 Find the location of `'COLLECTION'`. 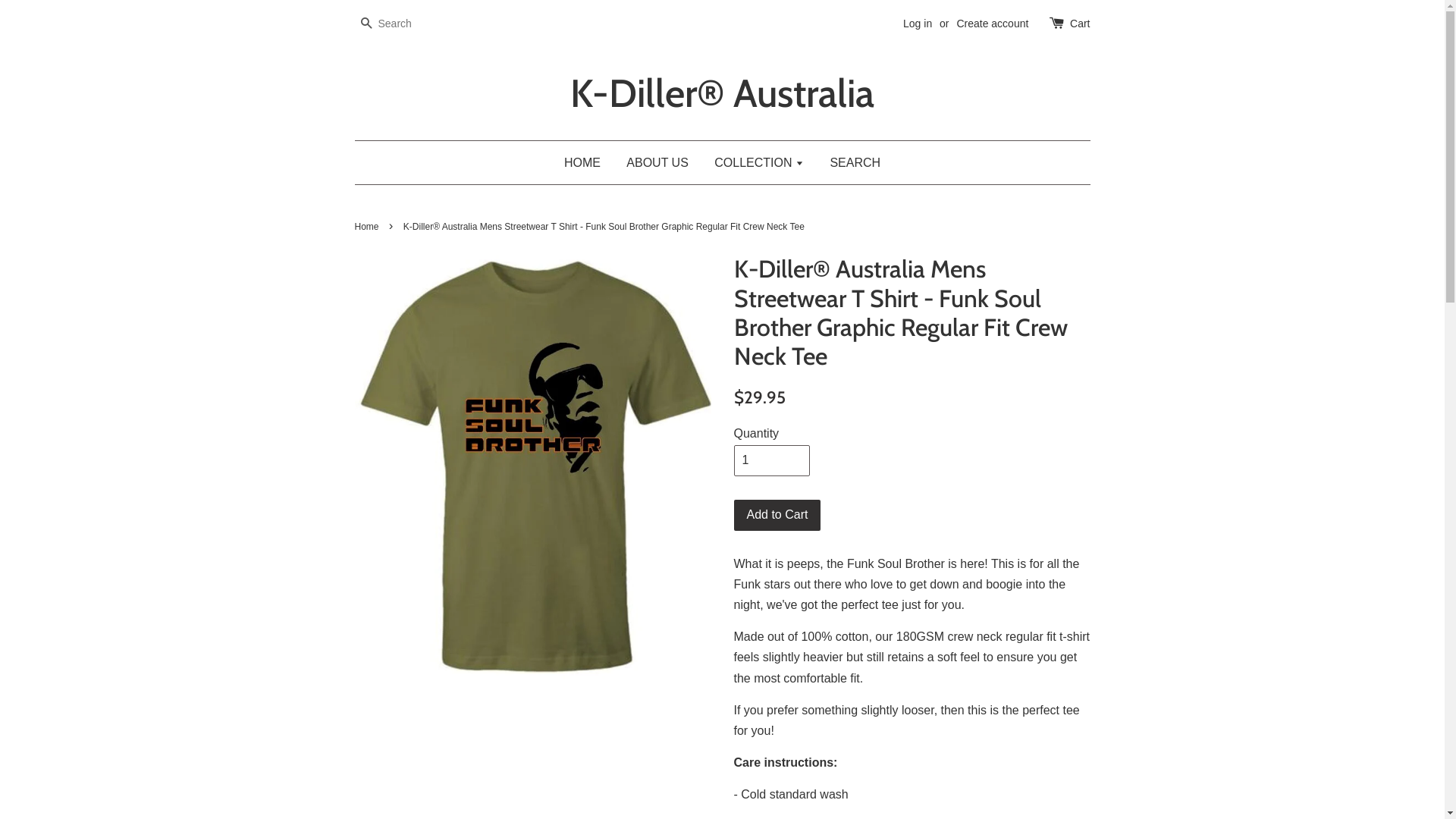

'COLLECTION' is located at coordinates (759, 162).